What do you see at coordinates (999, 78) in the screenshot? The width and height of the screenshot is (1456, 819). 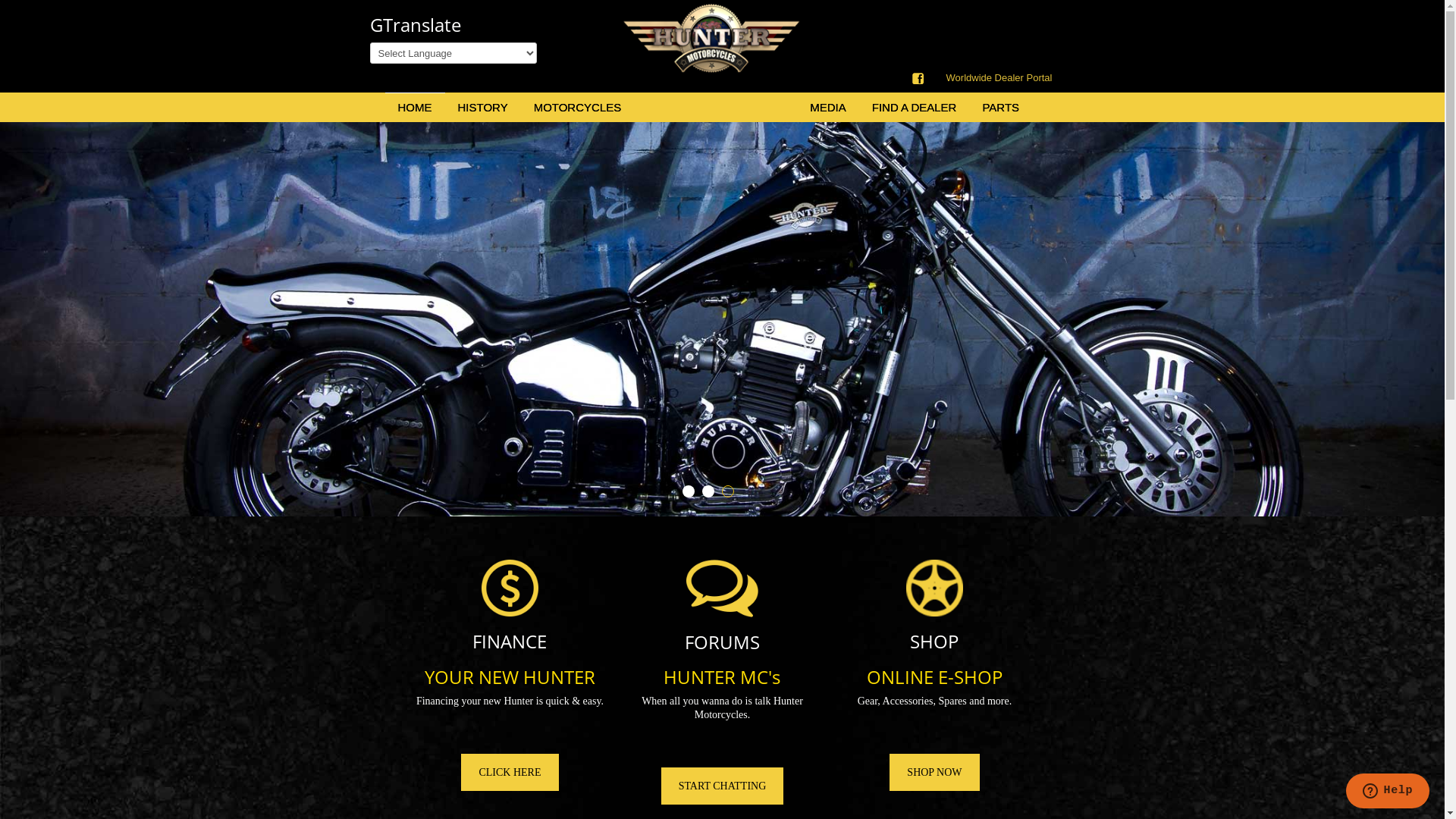 I see `'Worldwide Dealer Portal'` at bounding box center [999, 78].